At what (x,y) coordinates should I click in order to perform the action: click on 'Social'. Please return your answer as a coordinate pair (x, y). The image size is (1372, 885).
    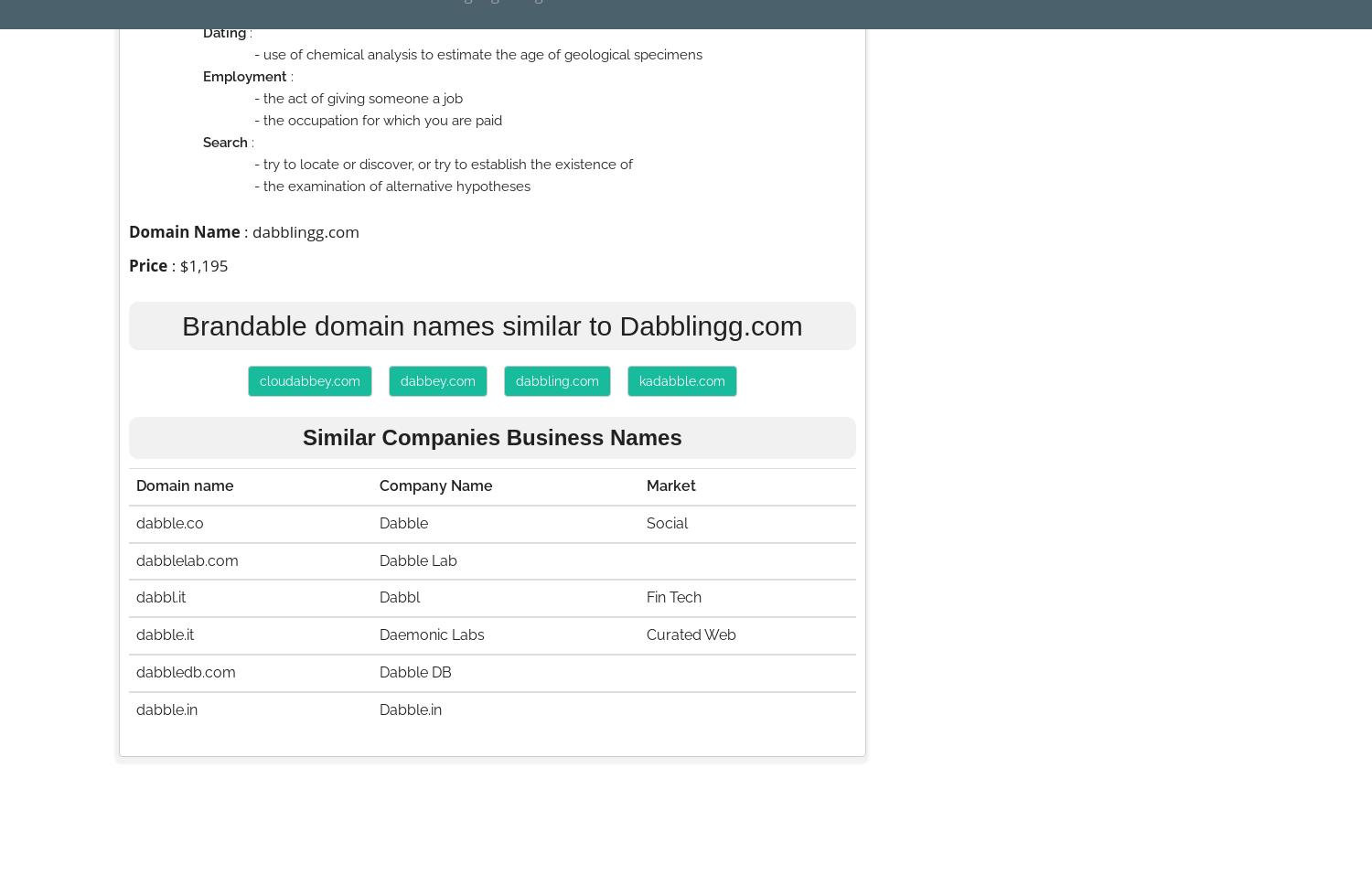
    Looking at the image, I should click on (665, 522).